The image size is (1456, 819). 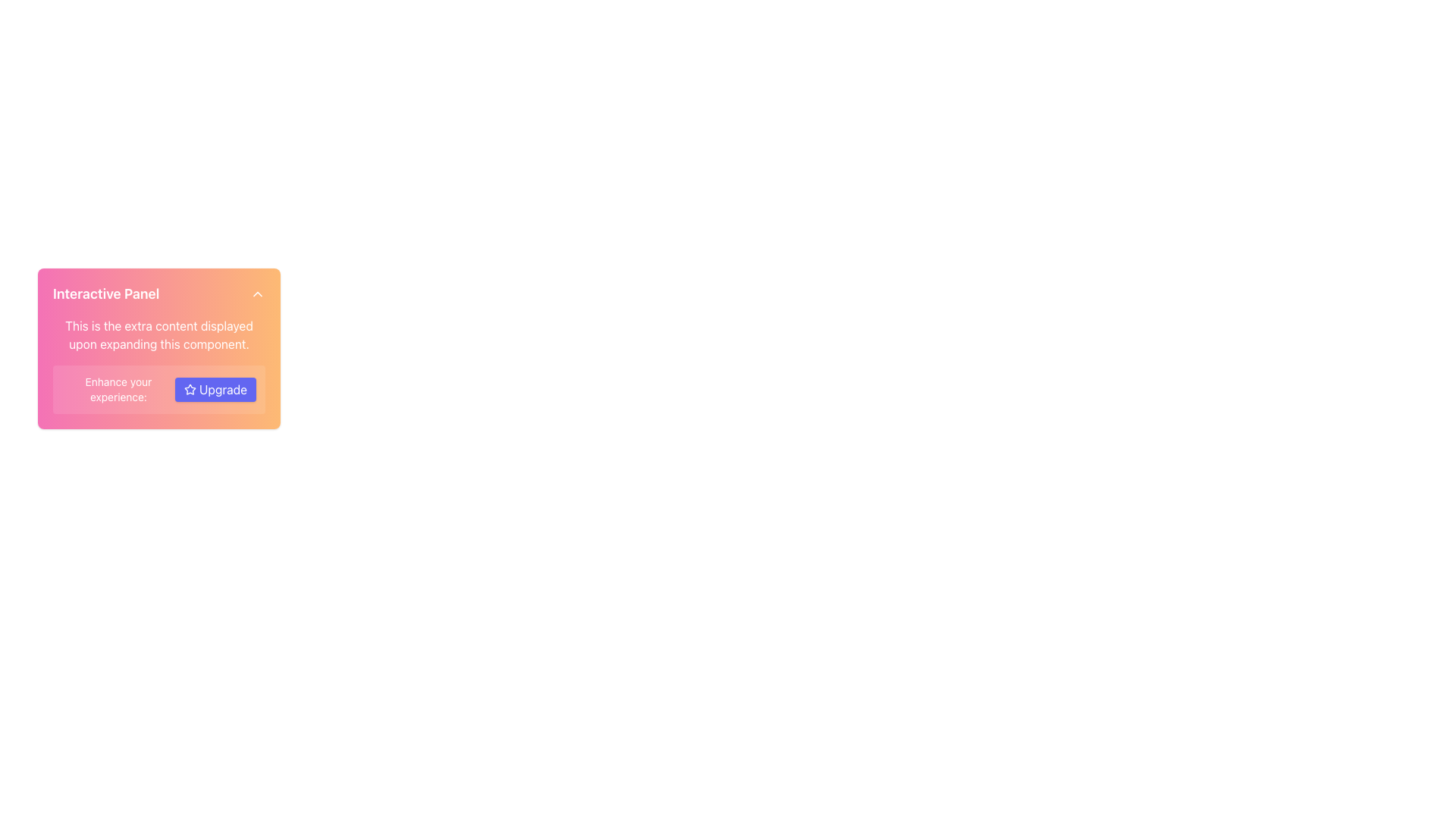 What do you see at coordinates (189, 388) in the screenshot?
I see `the star icon with a blue outline and white inner fill located in the bottom right corner of the interactive panel` at bounding box center [189, 388].